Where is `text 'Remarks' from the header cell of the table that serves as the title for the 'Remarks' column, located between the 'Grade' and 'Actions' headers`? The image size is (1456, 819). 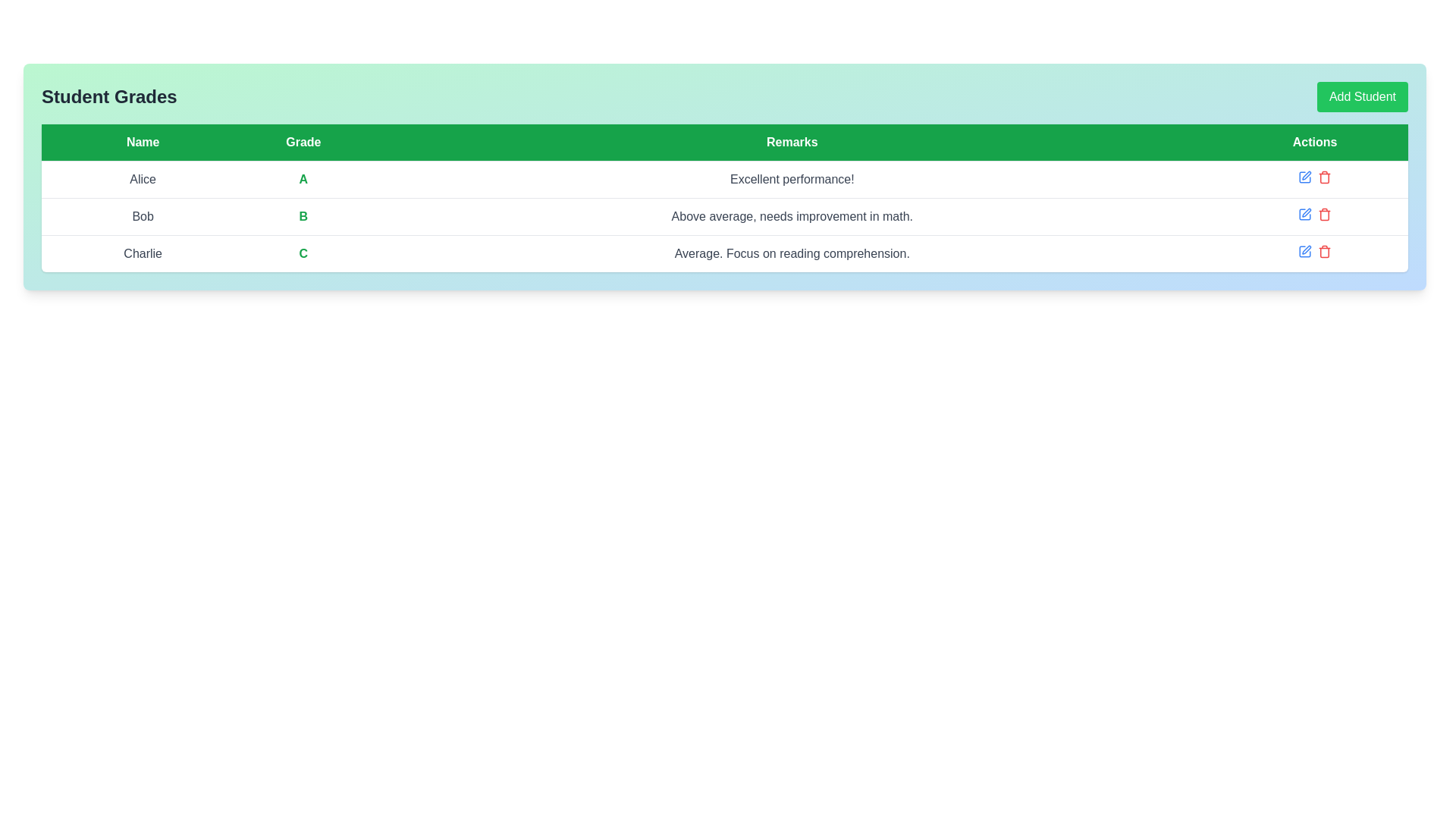
text 'Remarks' from the header cell of the table that serves as the title for the 'Remarks' column, located between the 'Grade' and 'Actions' headers is located at coordinates (791, 143).